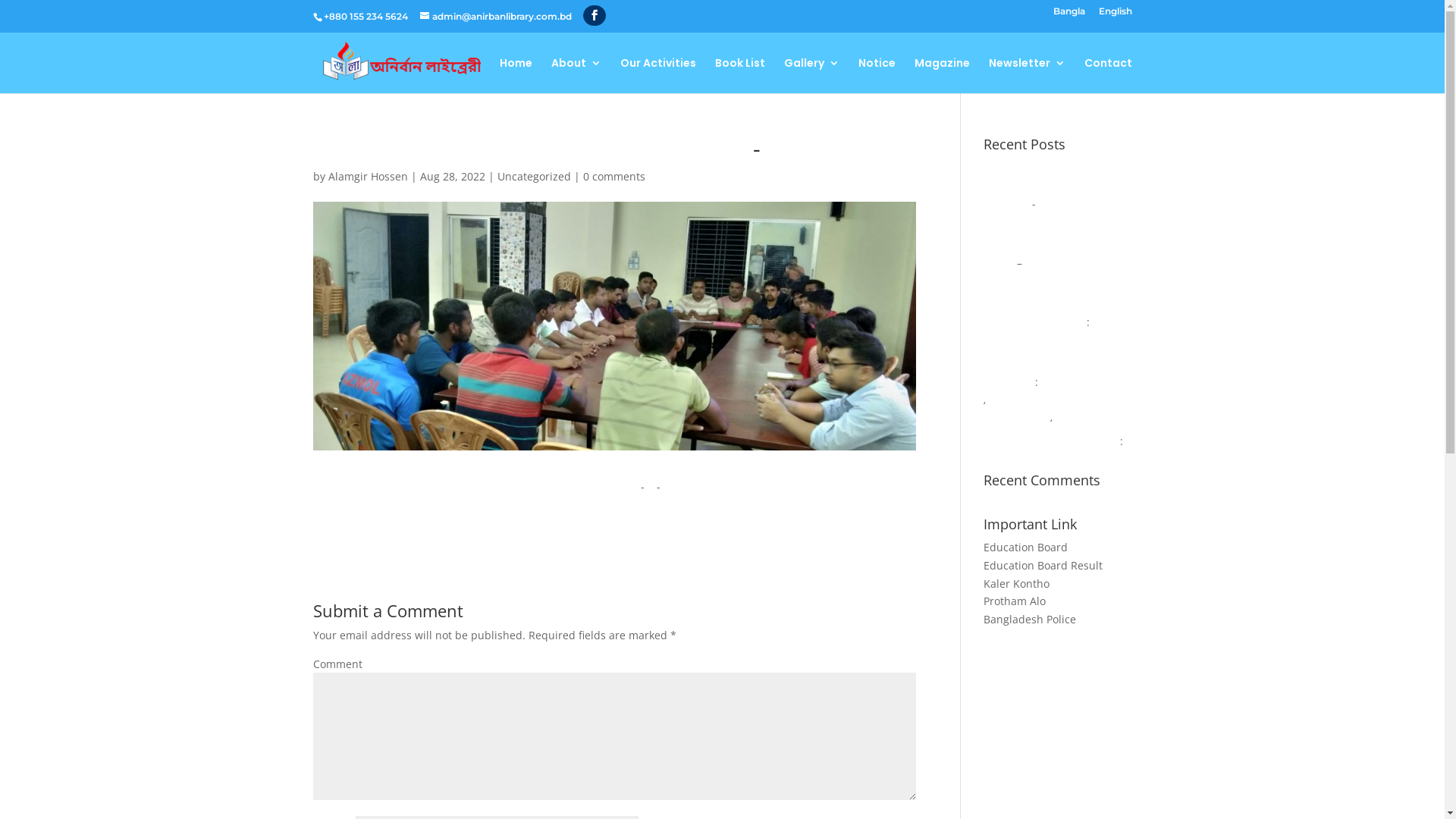  What do you see at coordinates (1042, 565) in the screenshot?
I see `'Education Board Result'` at bounding box center [1042, 565].